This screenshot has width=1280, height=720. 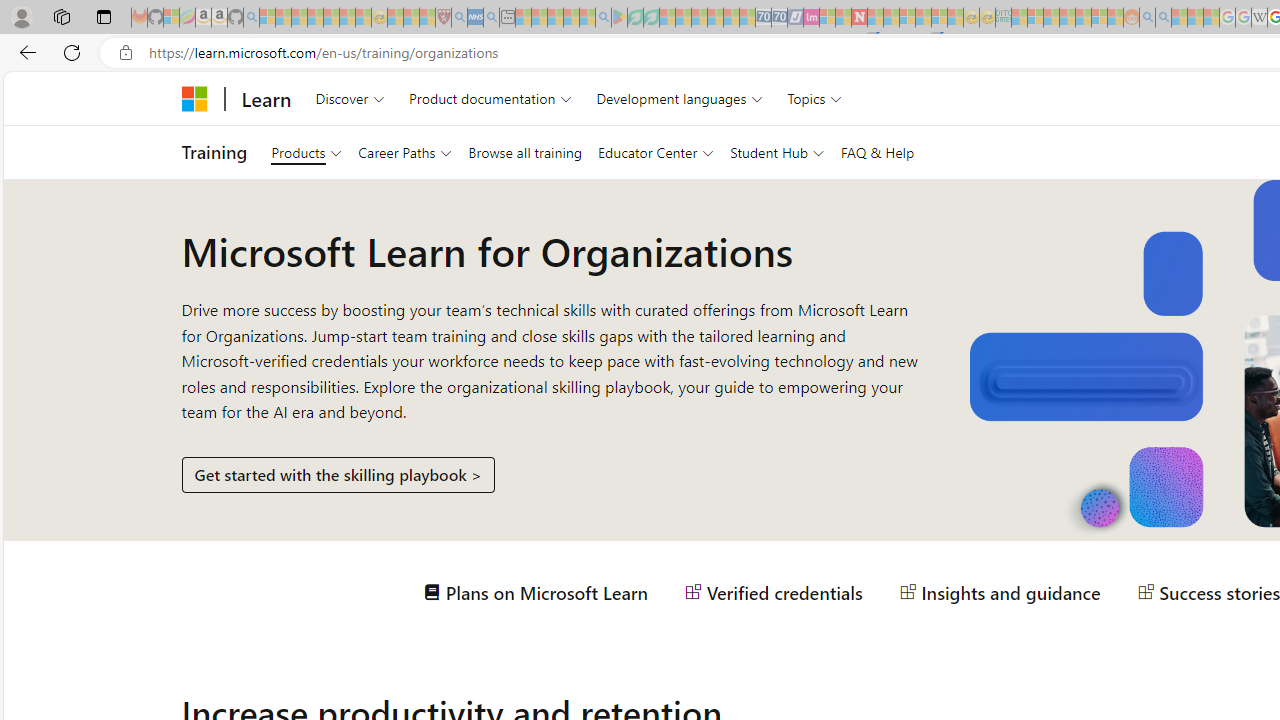 What do you see at coordinates (815, 98) in the screenshot?
I see `'Topics'` at bounding box center [815, 98].